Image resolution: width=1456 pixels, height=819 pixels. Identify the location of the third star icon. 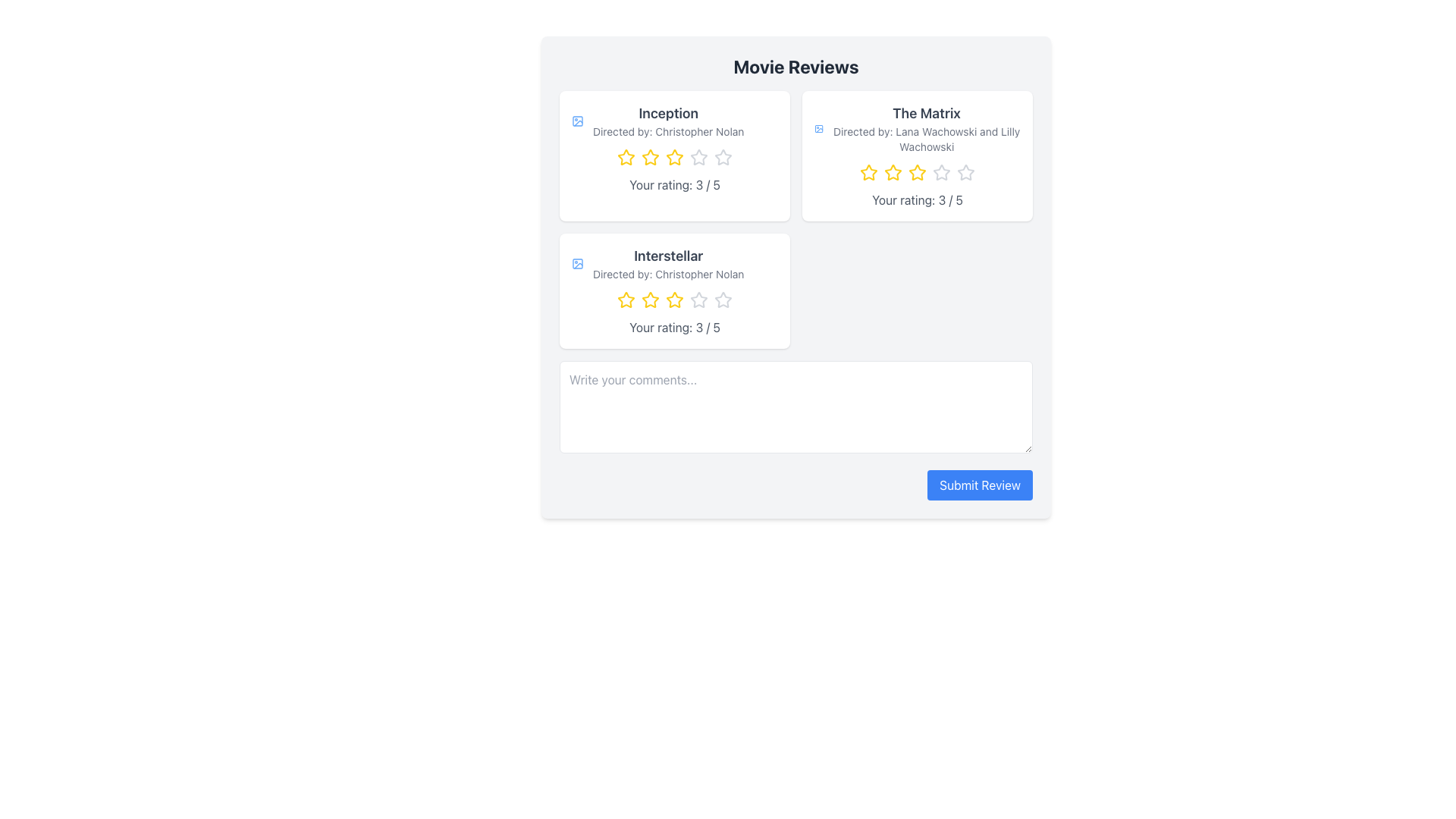
(698, 300).